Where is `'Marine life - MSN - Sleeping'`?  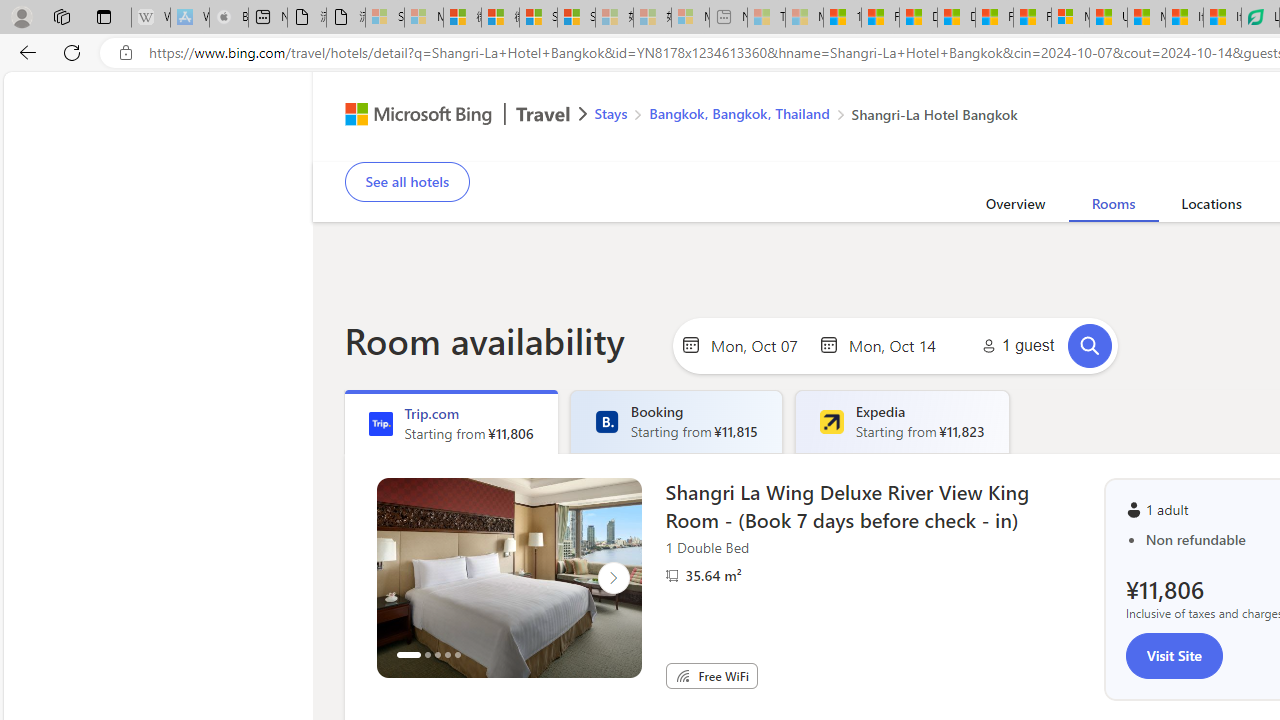
'Marine life - MSN - Sleeping' is located at coordinates (804, 17).